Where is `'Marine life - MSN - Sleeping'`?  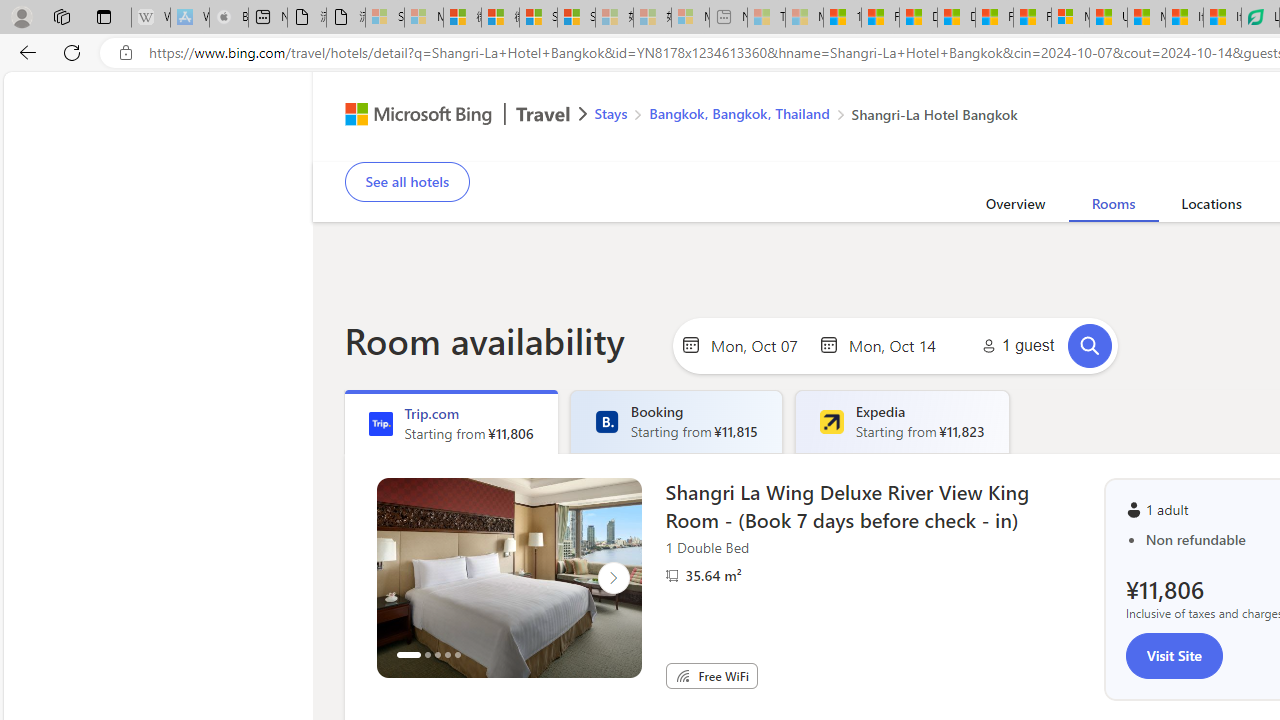
'Marine life - MSN - Sleeping' is located at coordinates (804, 17).